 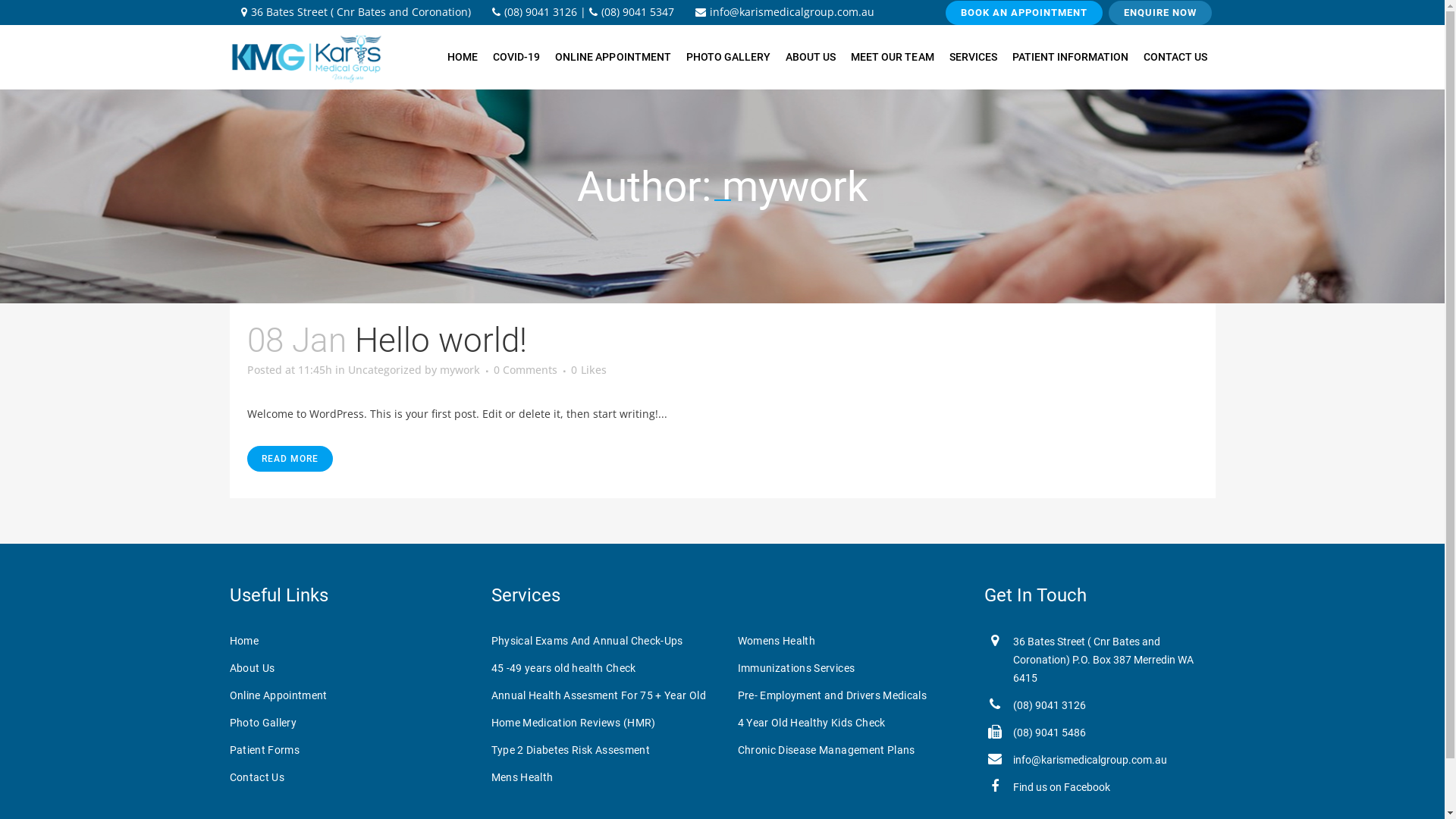 What do you see at coordinates (461, 56) in the screenshot?
I see `'HOME'` at bounding box center [461, 56].